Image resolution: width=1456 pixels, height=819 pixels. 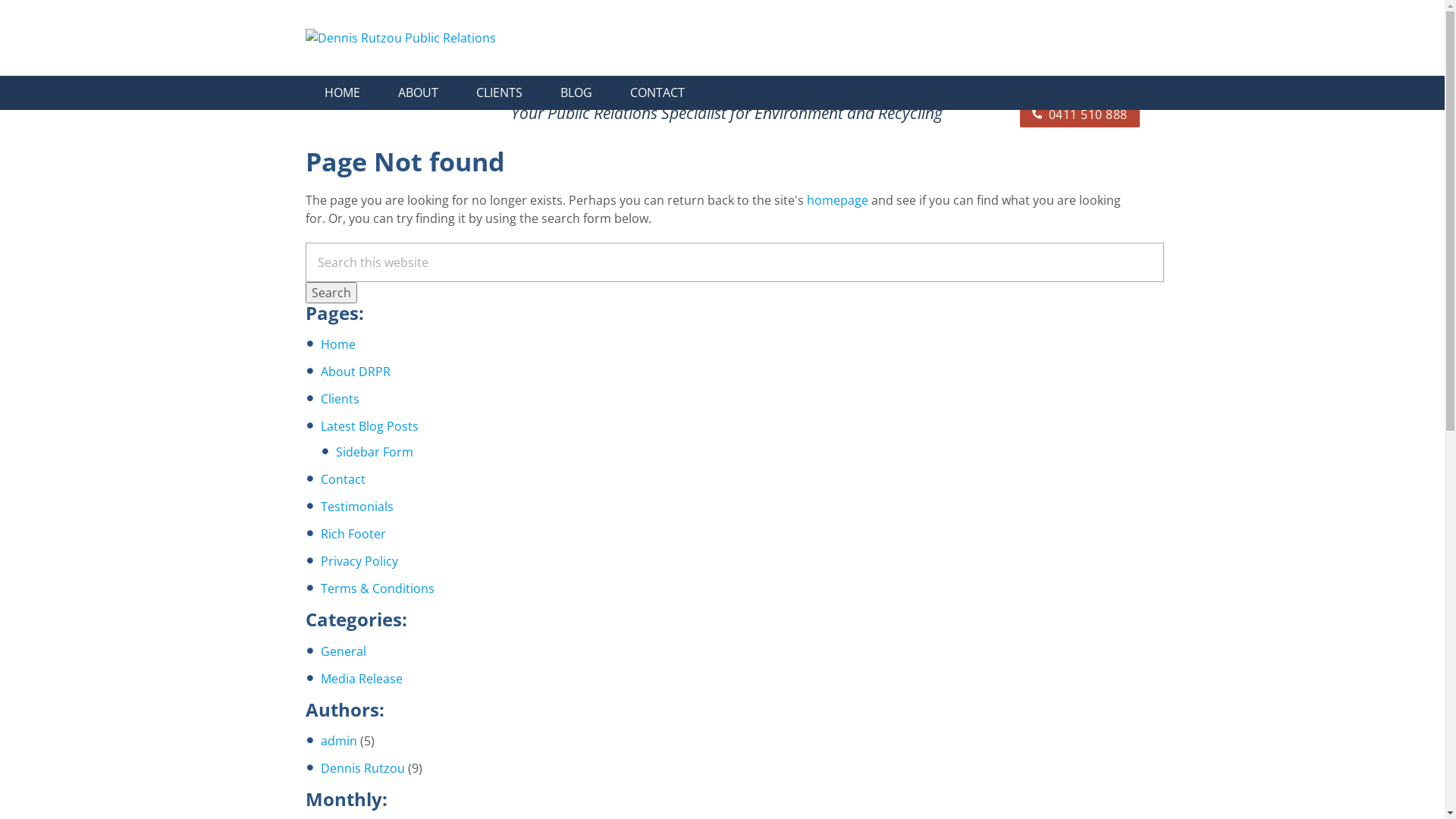 I want to click on 'admin', so click(x=337, y=739).